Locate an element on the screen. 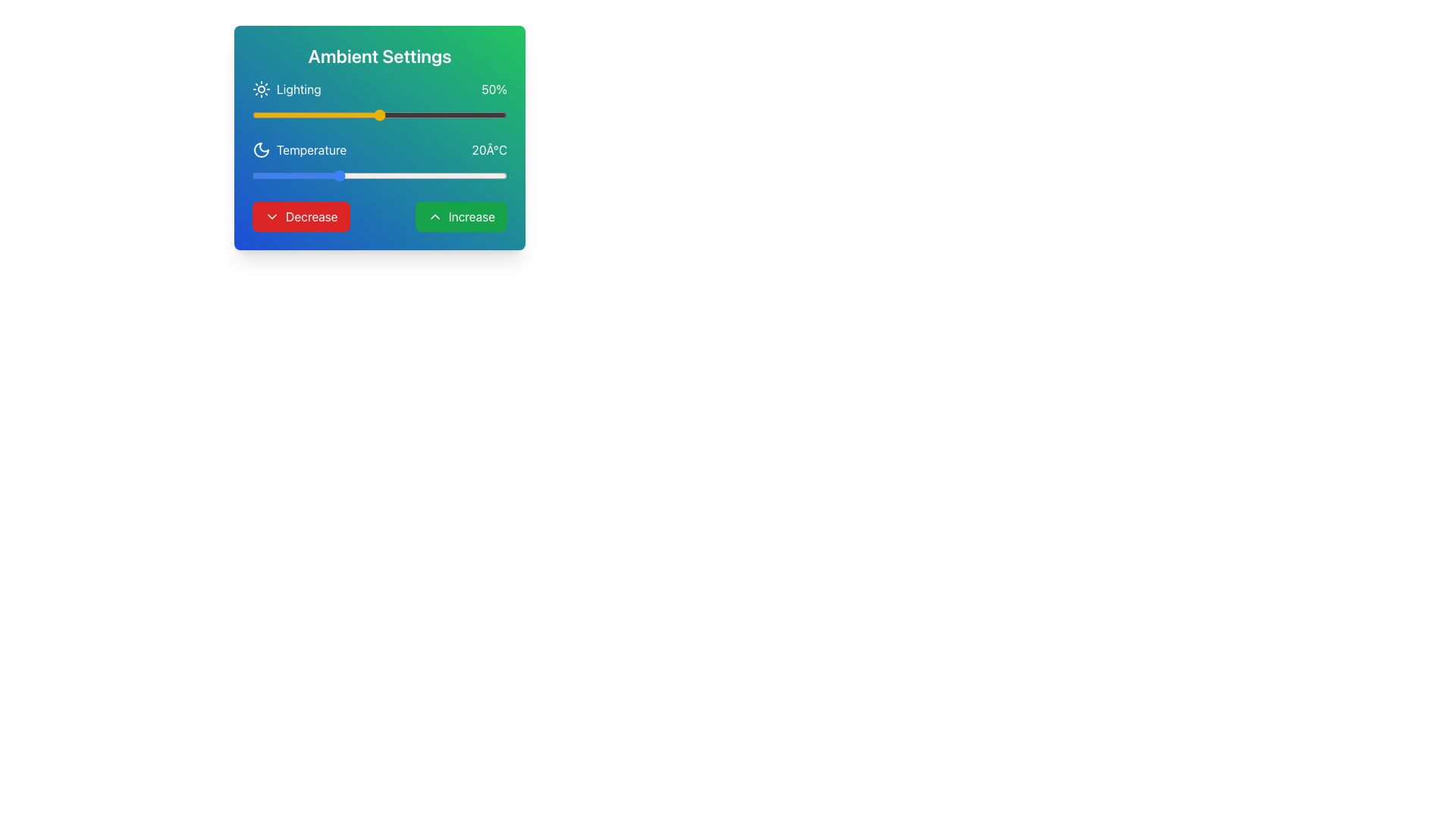 The width and height of the screenshot is (1456, 819). the 'Increase' button, which is a rectangular button with rounded corners, filled with a green background and displays the text 'Increase' in white, accompanied by an upward chevron icon is located at coordinates (460, 216).